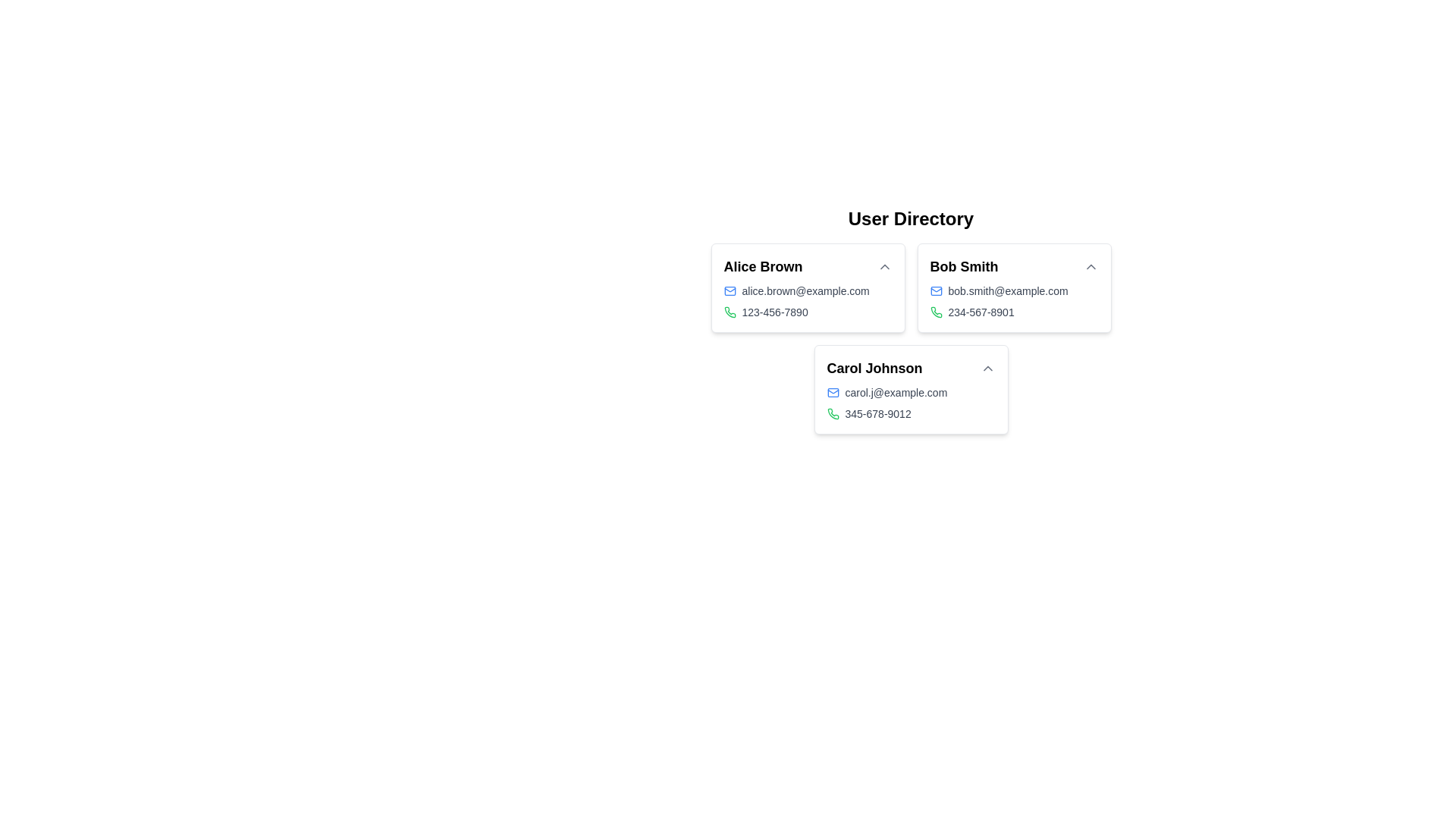 Image resolution: width=1456 pixels, height=819 pixels. Describe the element at coordinates (805, 291) in the screenshot. I see `the text display showing 'alice.brown@example.com', which is located in the top-left card under the 'User Directory' heading, adjacent to an email icon` at that location.